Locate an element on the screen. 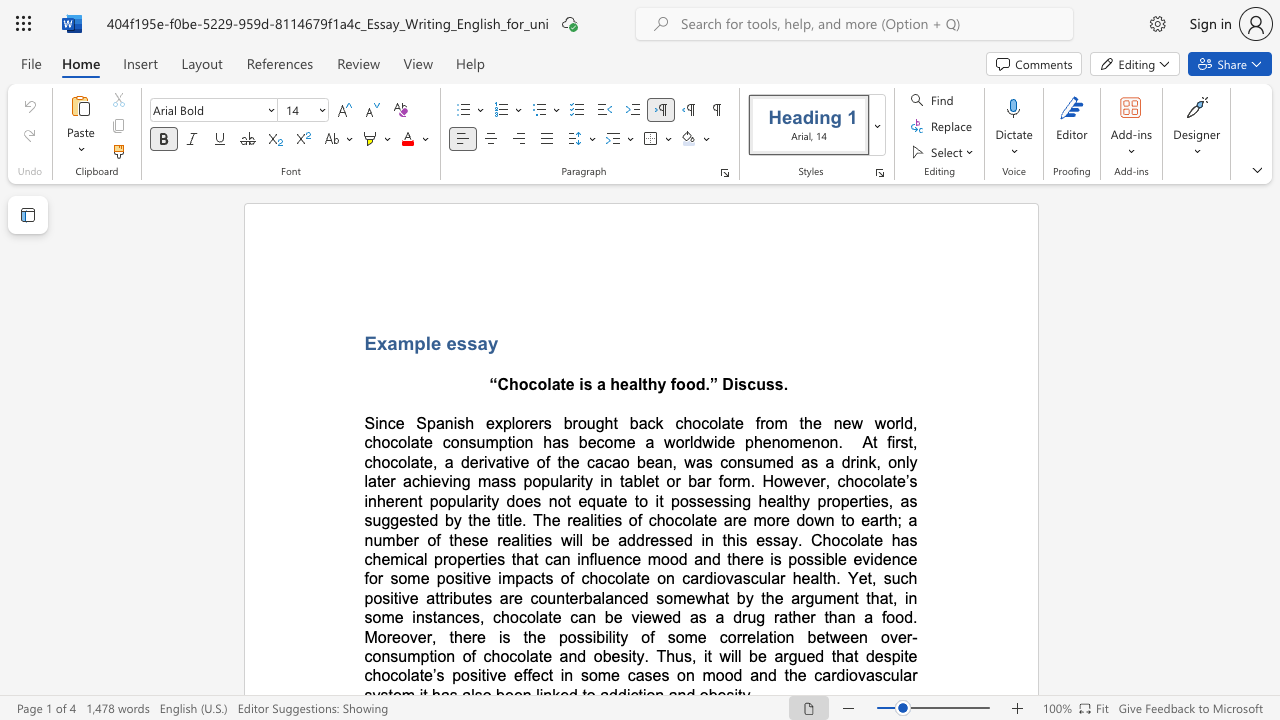 This screenshot has height=720, width=1280. the subset text "ing" within the text "possessing" is located at coordinates (728, 500).